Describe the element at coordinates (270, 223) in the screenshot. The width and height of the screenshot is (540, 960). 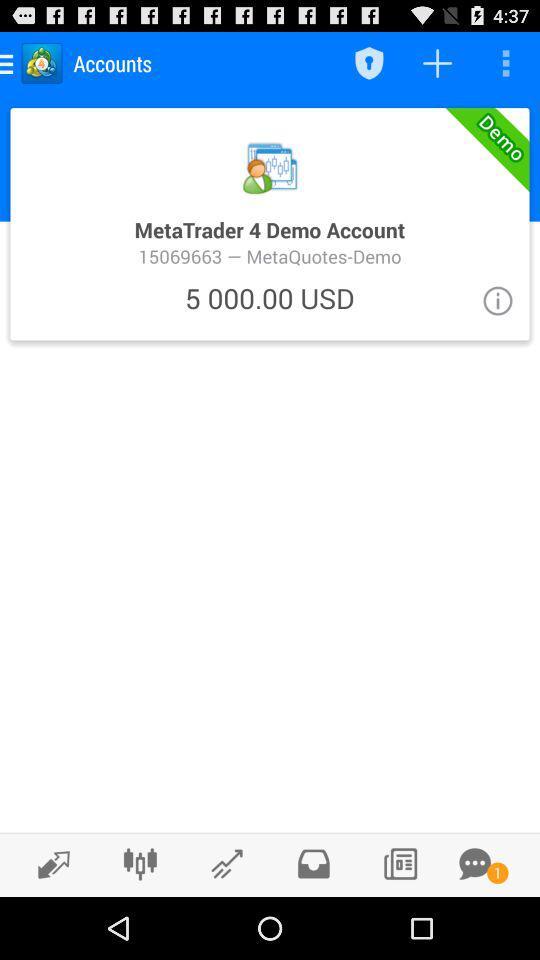
I see `demo funds` at that location.